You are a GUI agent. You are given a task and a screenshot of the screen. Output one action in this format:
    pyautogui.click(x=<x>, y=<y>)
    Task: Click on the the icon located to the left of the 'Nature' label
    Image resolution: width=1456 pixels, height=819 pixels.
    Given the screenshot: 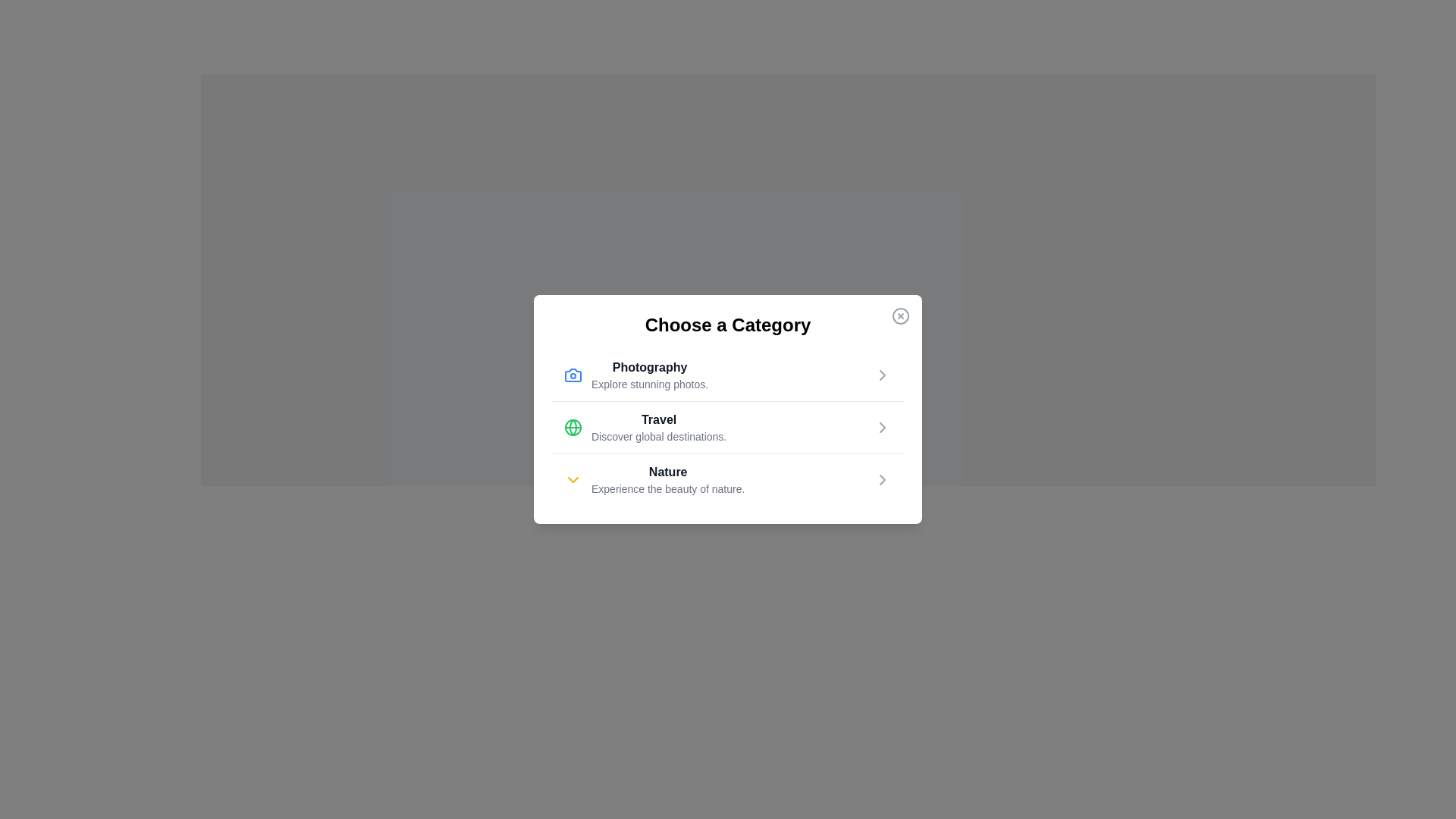 What is the action you would take?
    pyautogui.click(x=572, y=479)
    